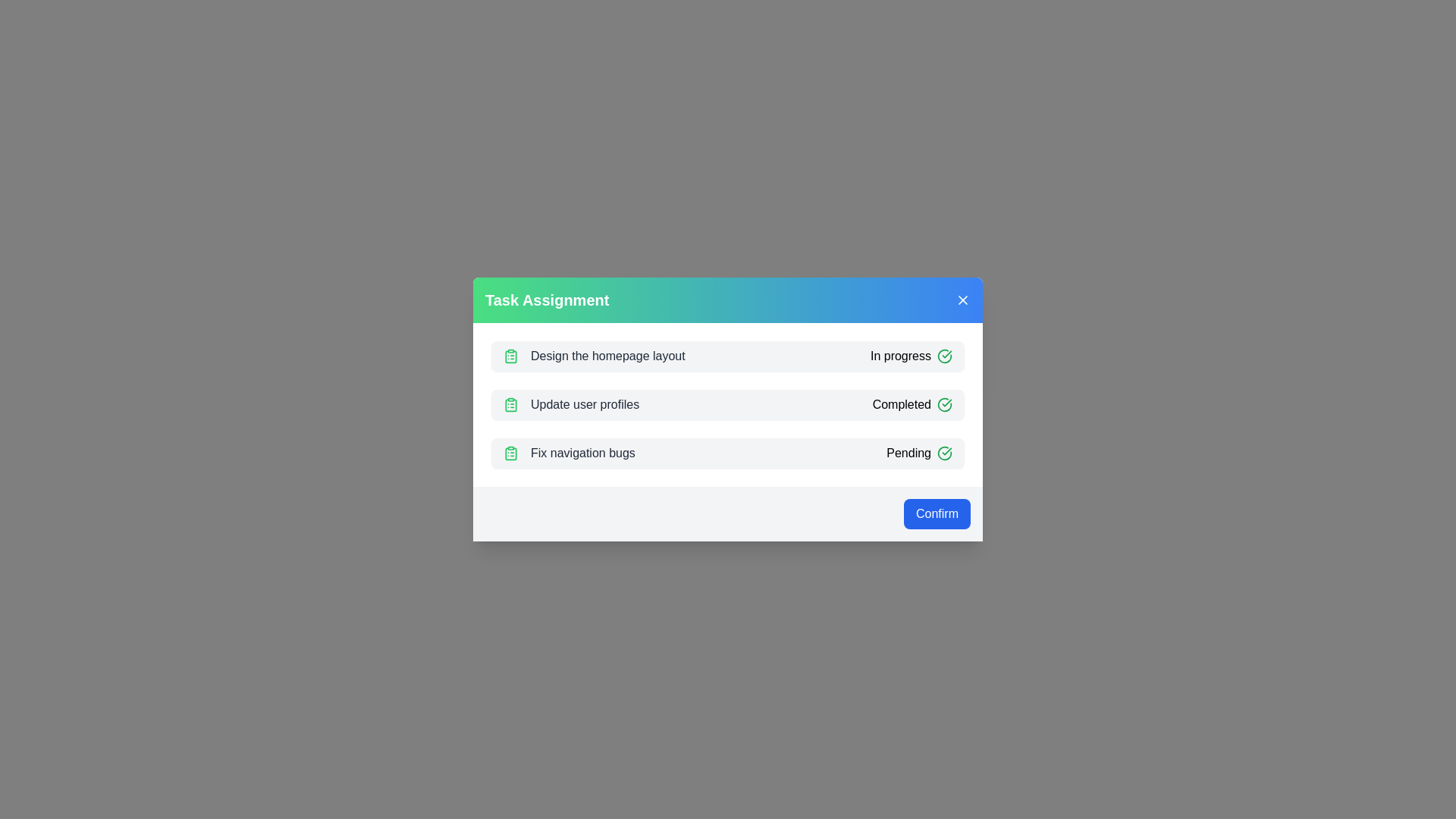 Image resolution: width=1456 pixels, height=819 pixels. Describe the element at coordinates (510, 356) in the screenshot. I see `the clipboard icon that indicates the 'Design the homepage layout' task` at that location.